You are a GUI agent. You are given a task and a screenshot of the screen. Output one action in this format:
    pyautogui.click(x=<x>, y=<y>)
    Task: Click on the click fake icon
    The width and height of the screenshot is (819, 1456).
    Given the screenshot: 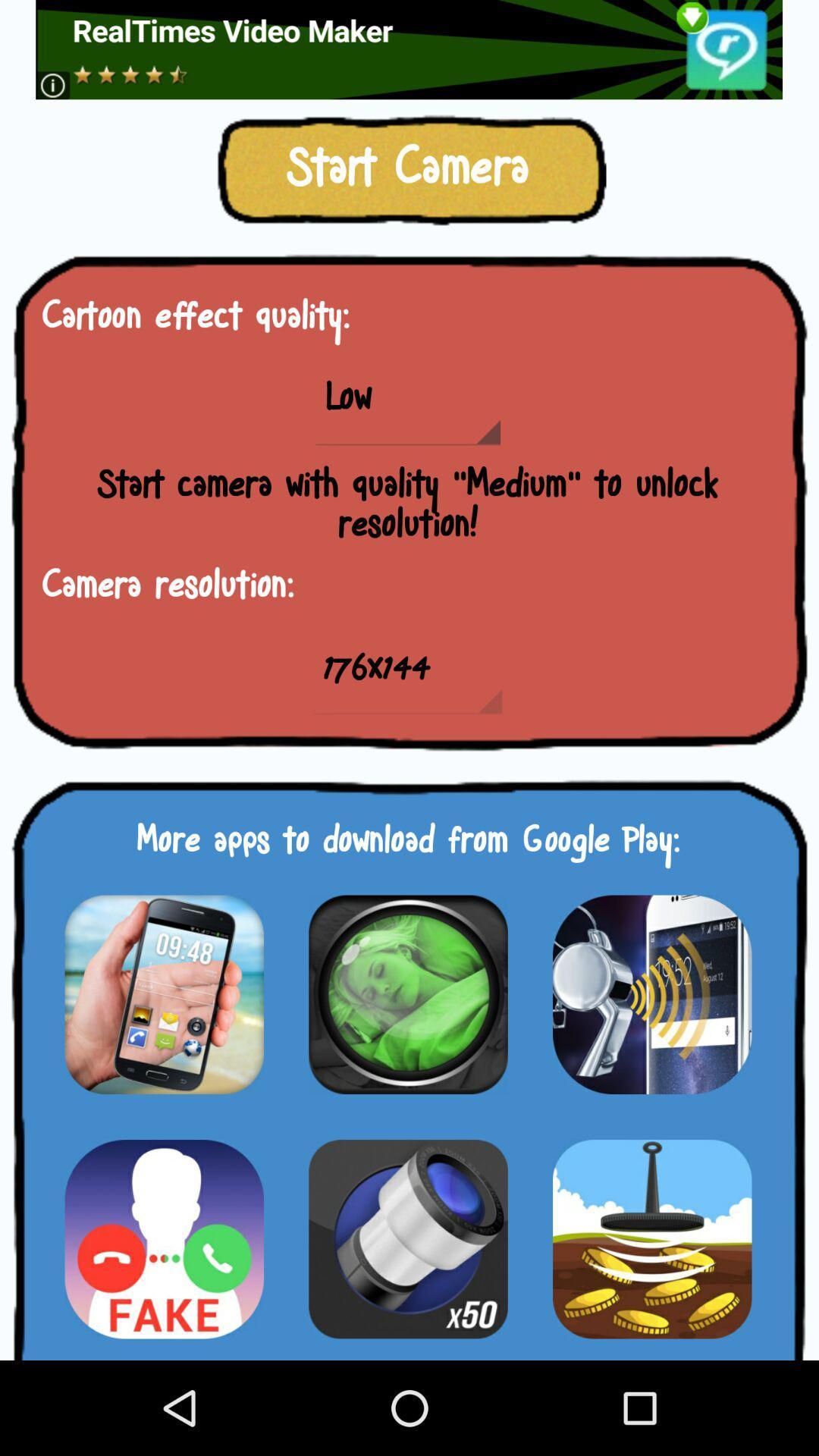 What is the action you would take?
    pyautogui.click(x=164, y=1238)
    